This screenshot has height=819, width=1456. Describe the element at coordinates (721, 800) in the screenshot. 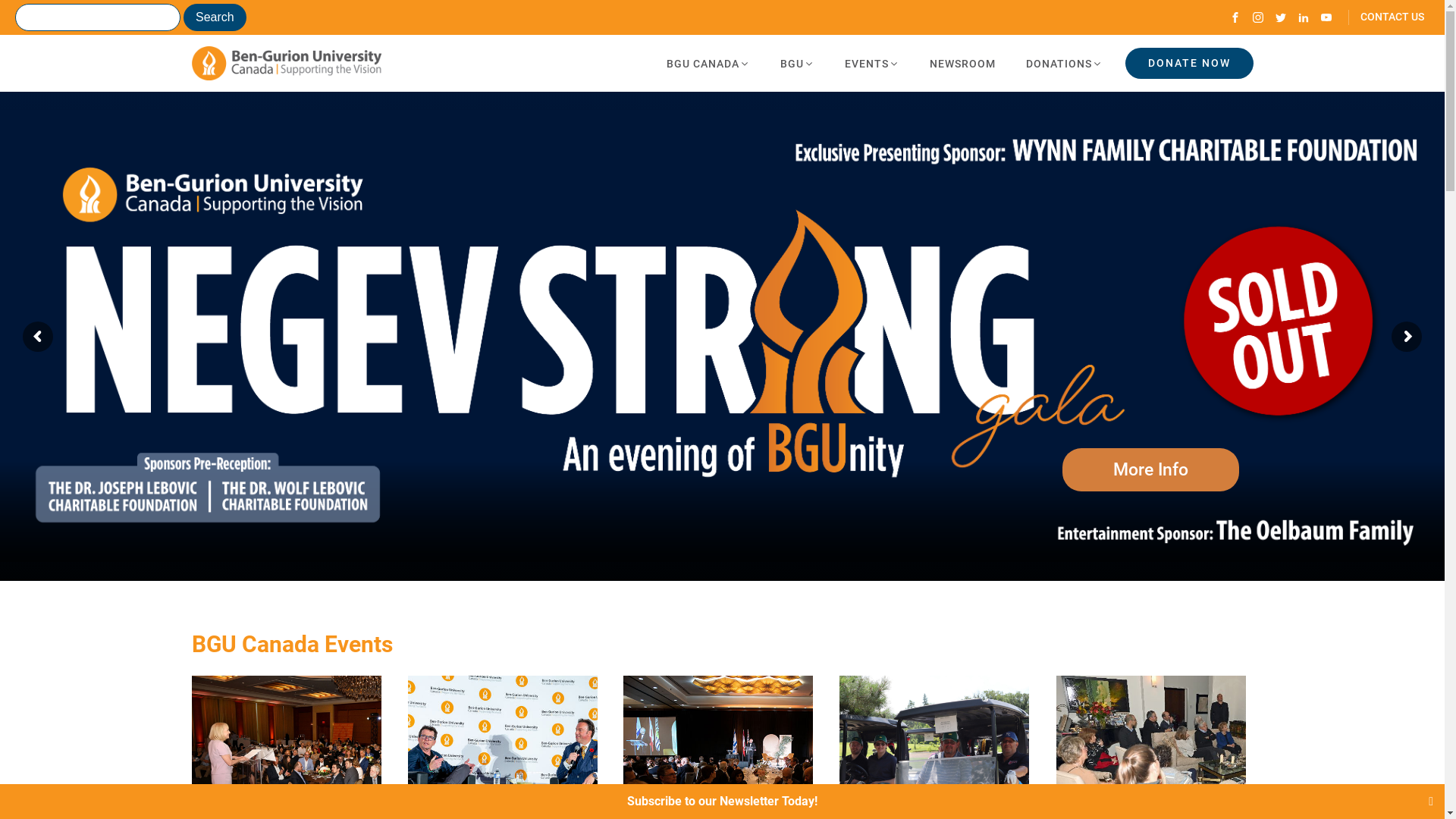

I see `'Subscribe to our Newsletter Today!'` at that location.